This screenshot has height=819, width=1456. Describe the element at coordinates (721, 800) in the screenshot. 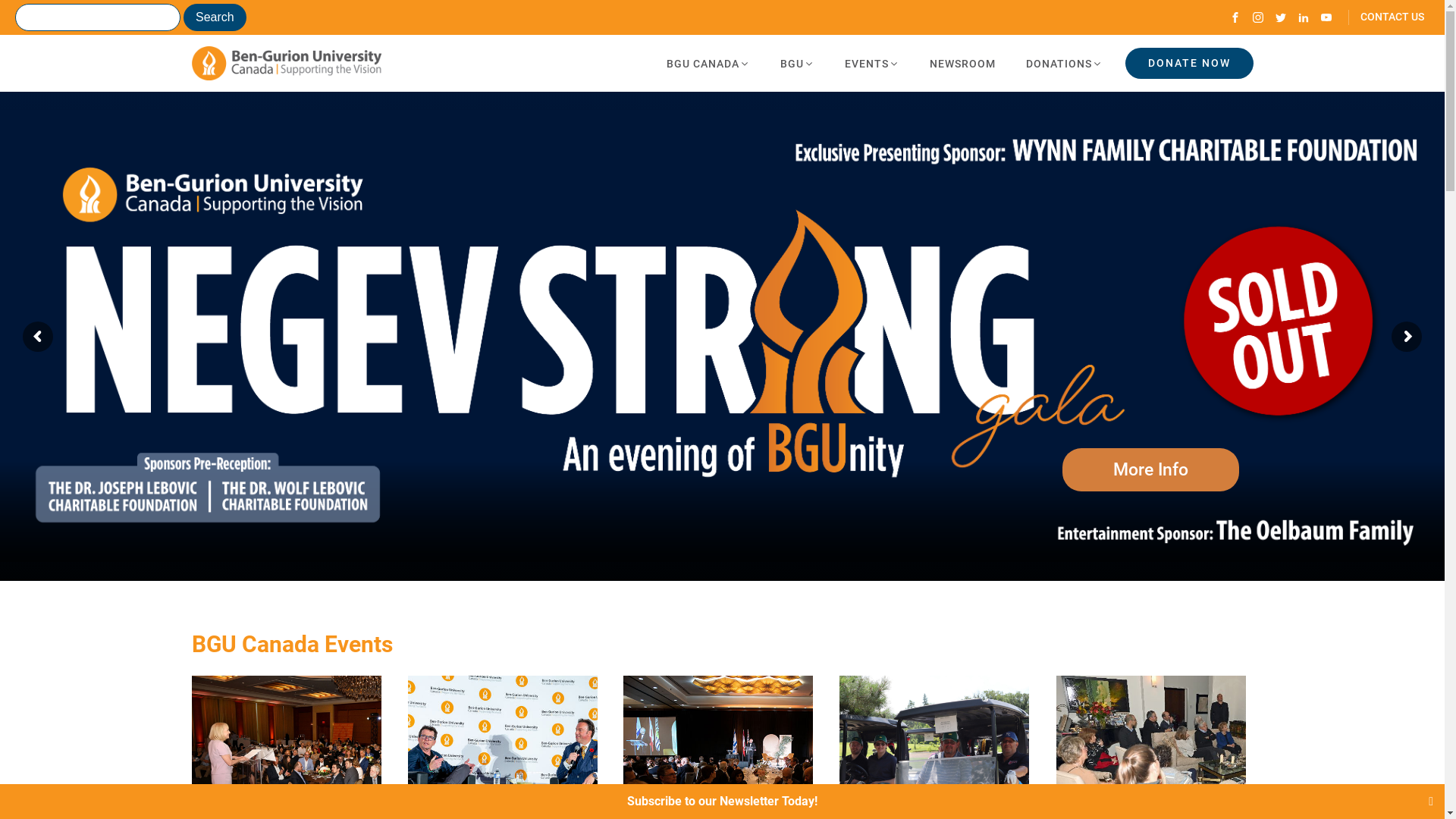

I see `'Subscribe to our Newsletter Today!'` at that location.